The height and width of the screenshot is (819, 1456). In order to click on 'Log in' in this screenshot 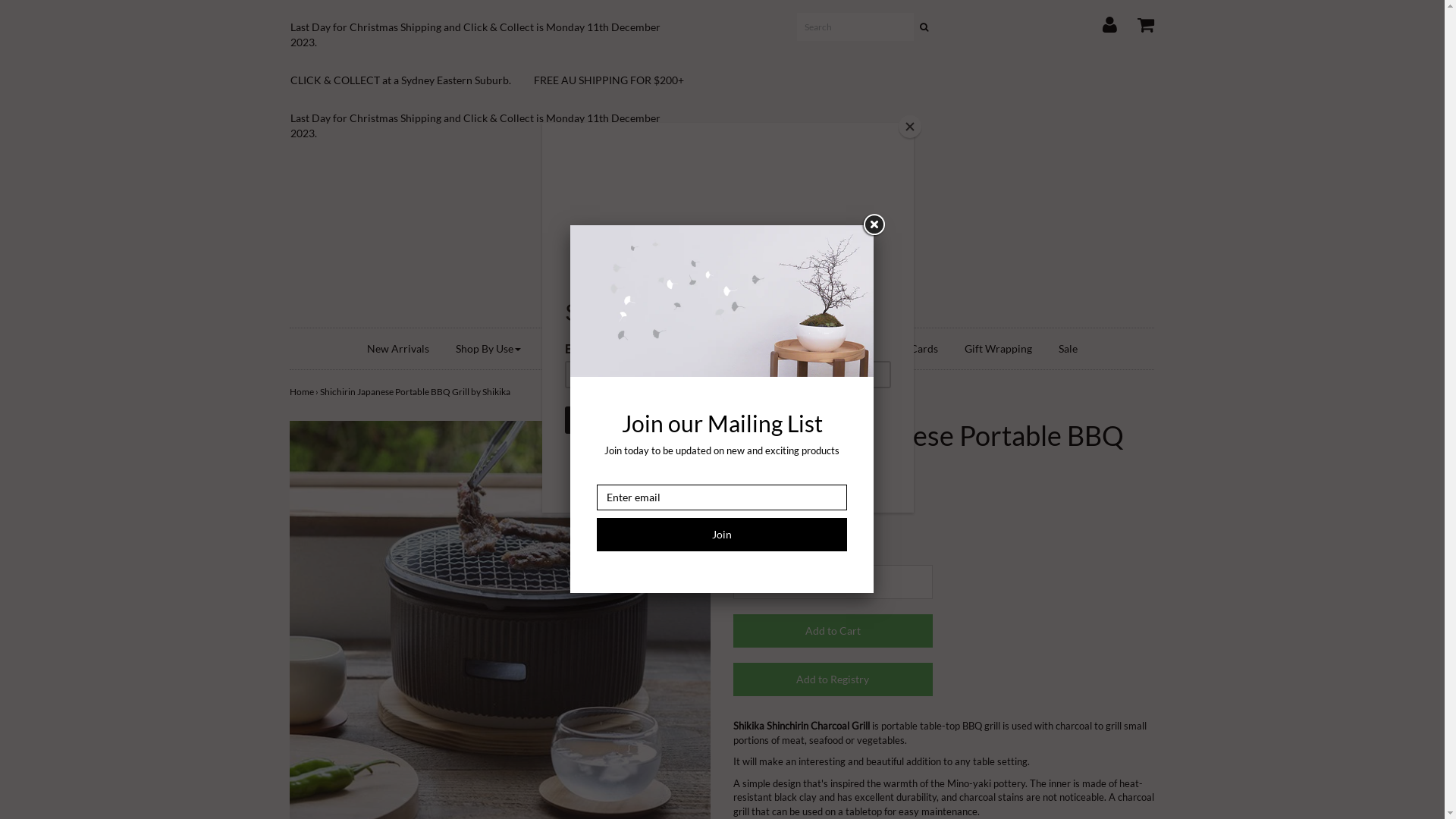, I will do `click(1100, 20)`.